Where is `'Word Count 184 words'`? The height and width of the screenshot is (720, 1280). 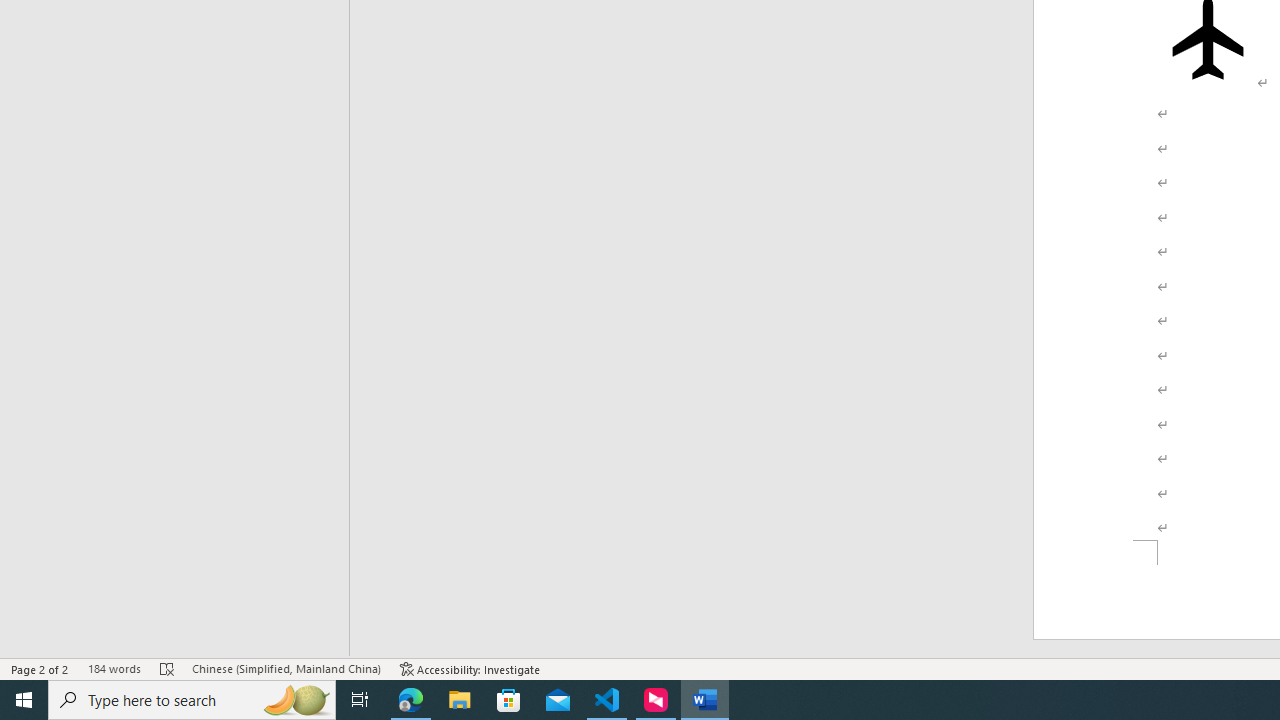
'Word Count 184 words' is located at coordinates (112, 669).